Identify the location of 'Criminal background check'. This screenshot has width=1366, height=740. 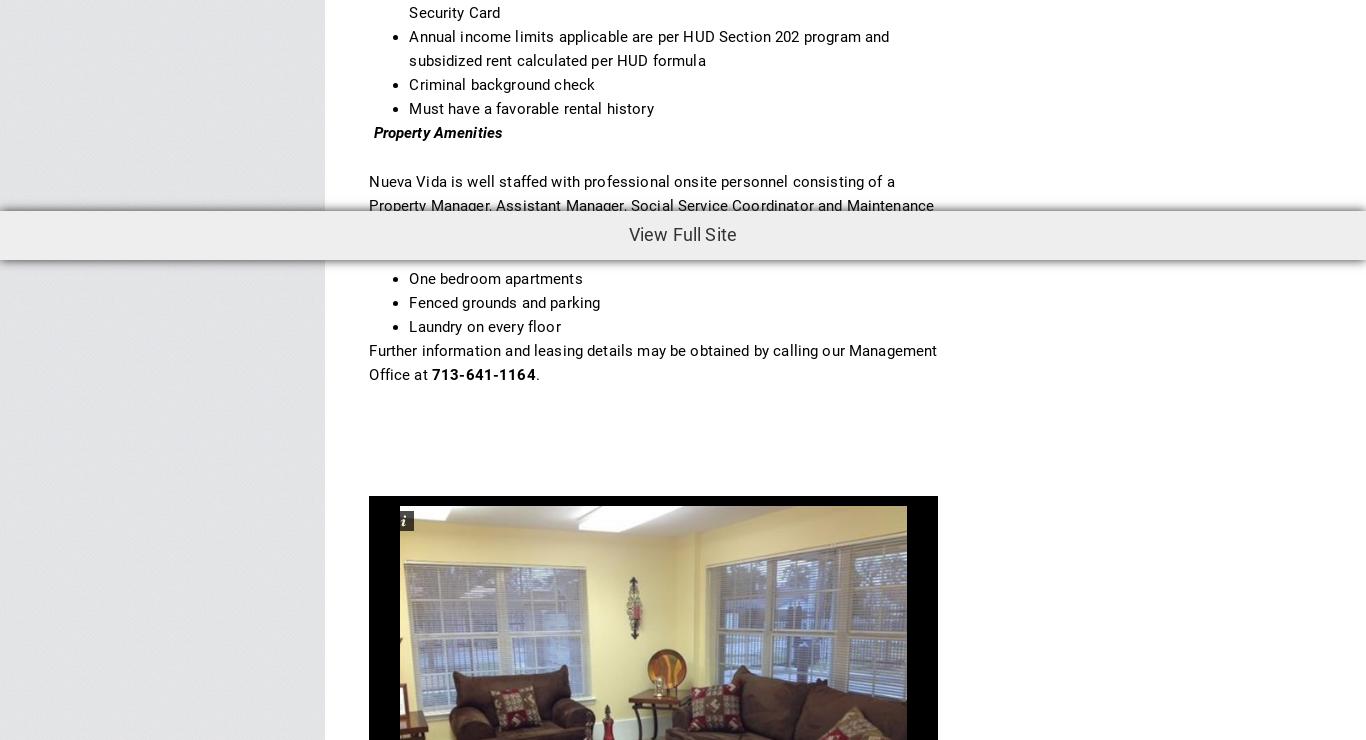
(502, 82).